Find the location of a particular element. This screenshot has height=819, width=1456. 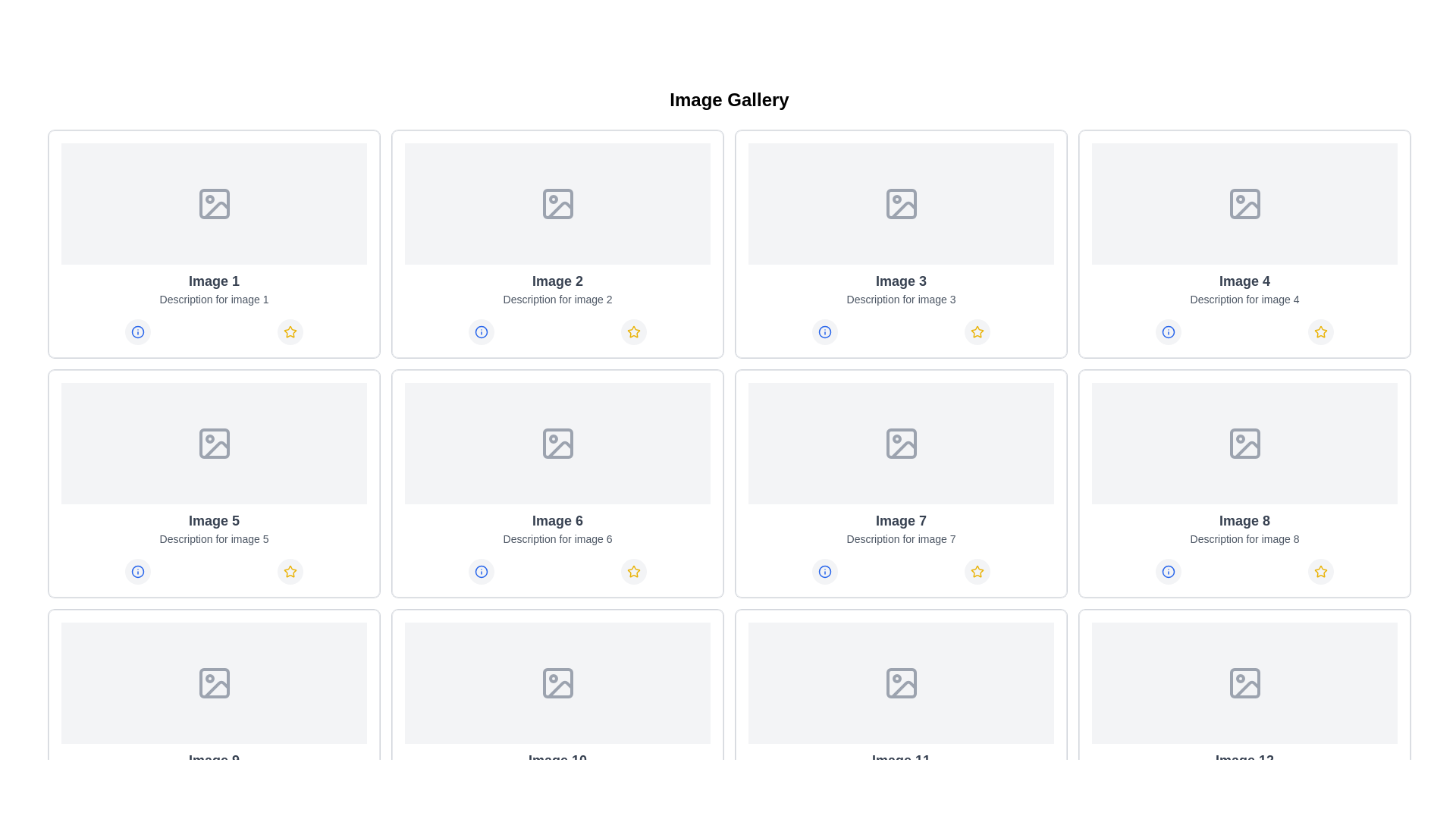

the decorative graphic element located within the second image's pictogram in the upper area of the gallery is located at coordinates (559, 210).